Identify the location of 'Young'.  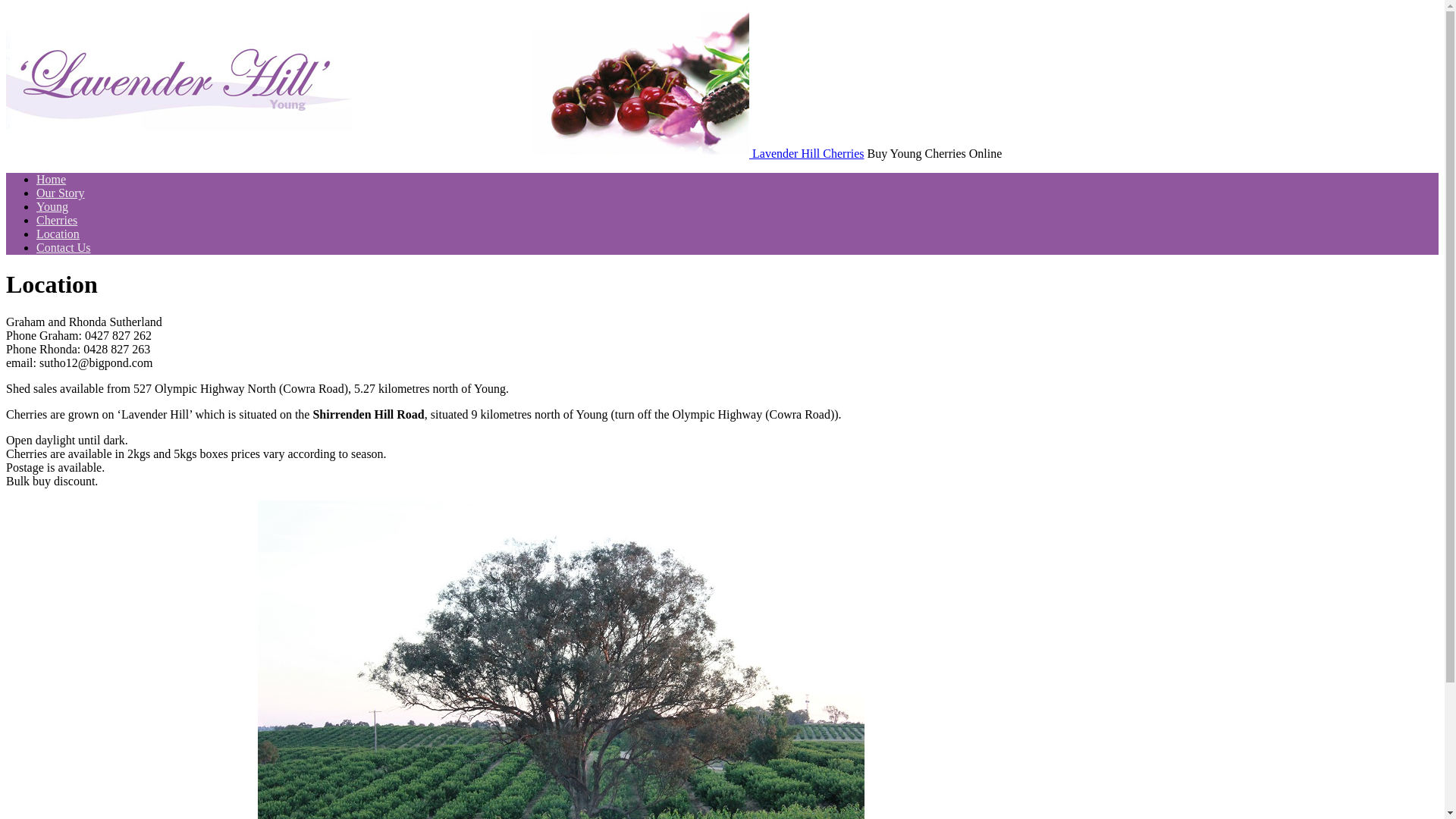
(52, 206).